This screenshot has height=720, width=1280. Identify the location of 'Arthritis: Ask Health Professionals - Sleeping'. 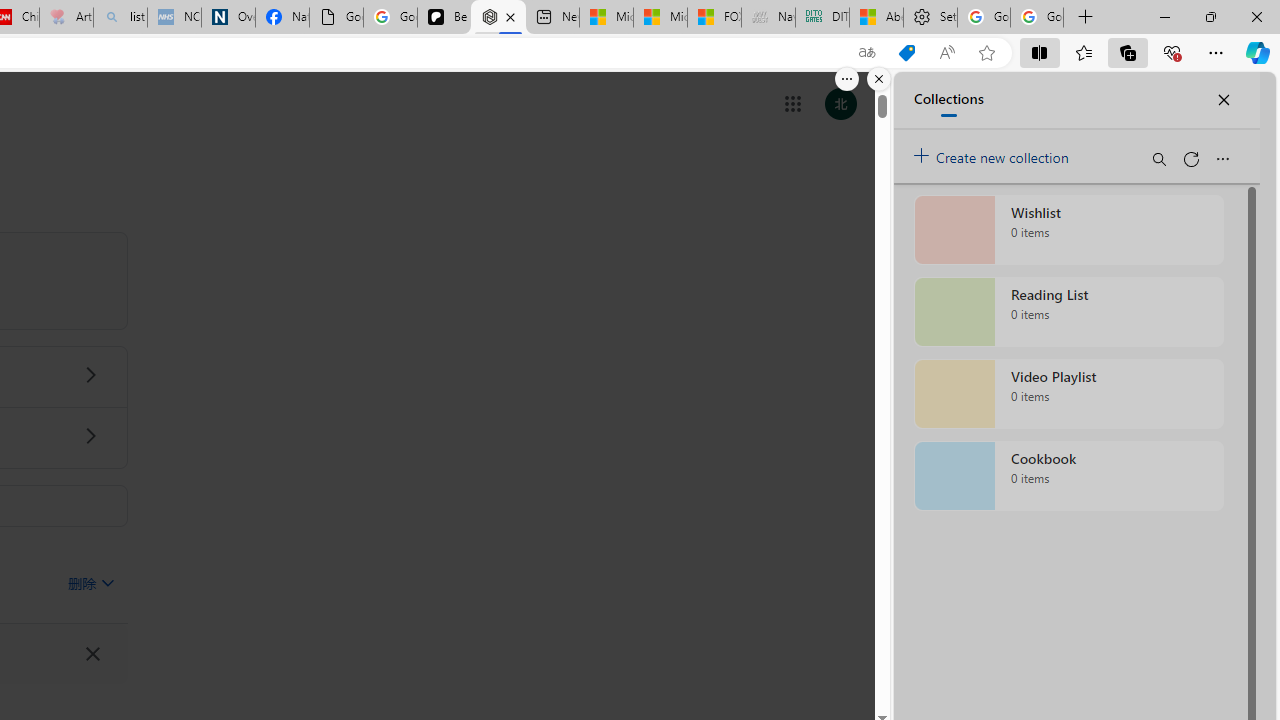
(66, 17).